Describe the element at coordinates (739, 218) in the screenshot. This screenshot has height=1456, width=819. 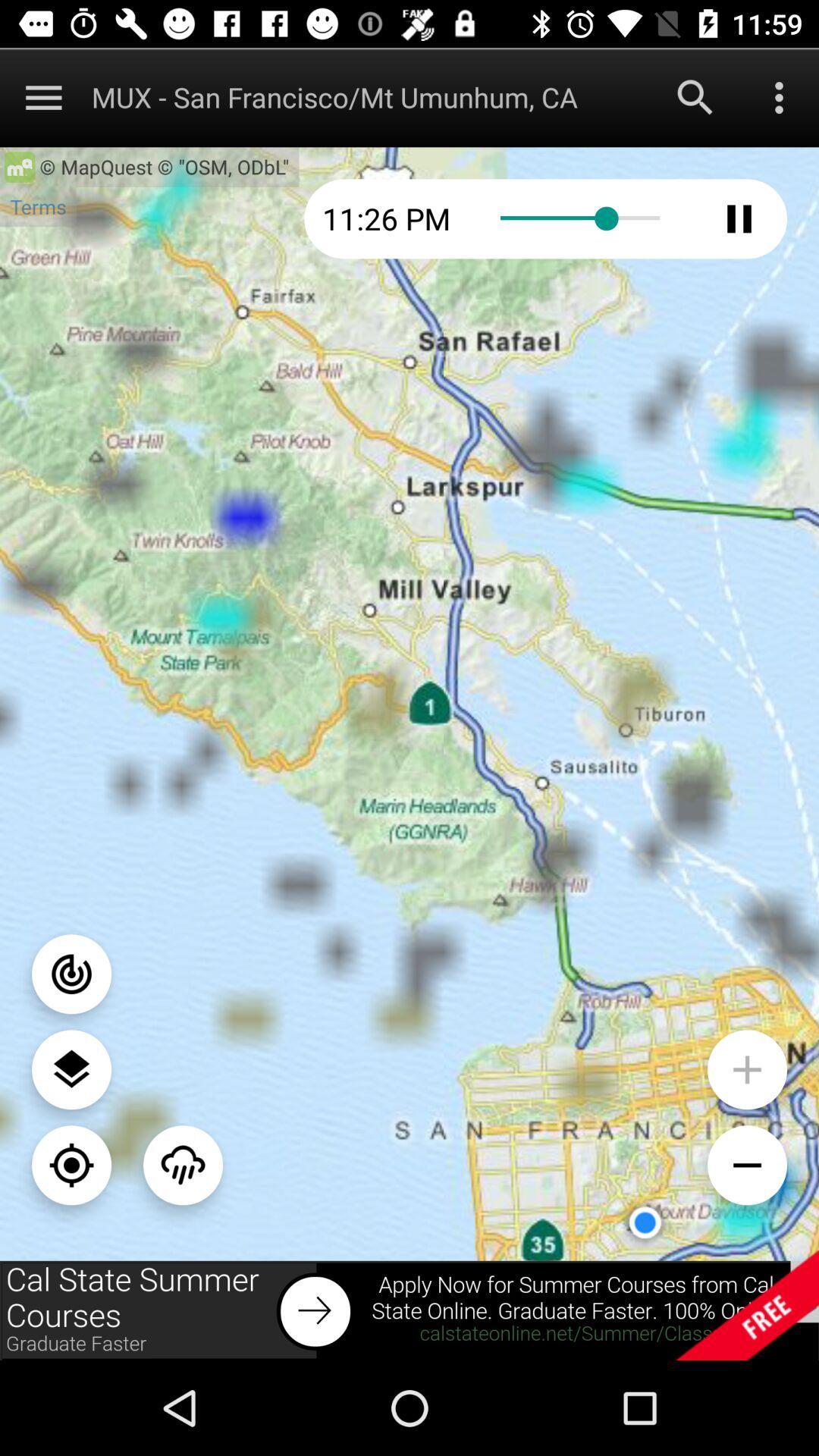
I see `playing option` at that location.